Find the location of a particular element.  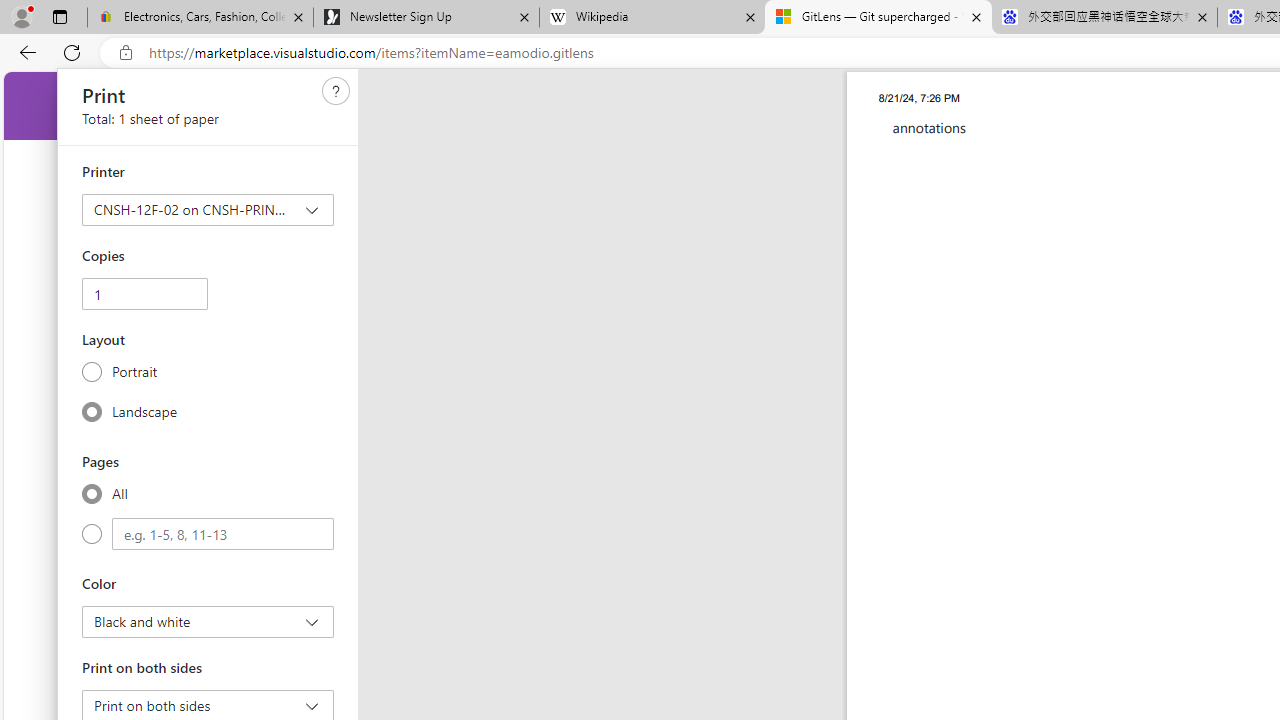

'Need help' is located at coordinates (336, 91).